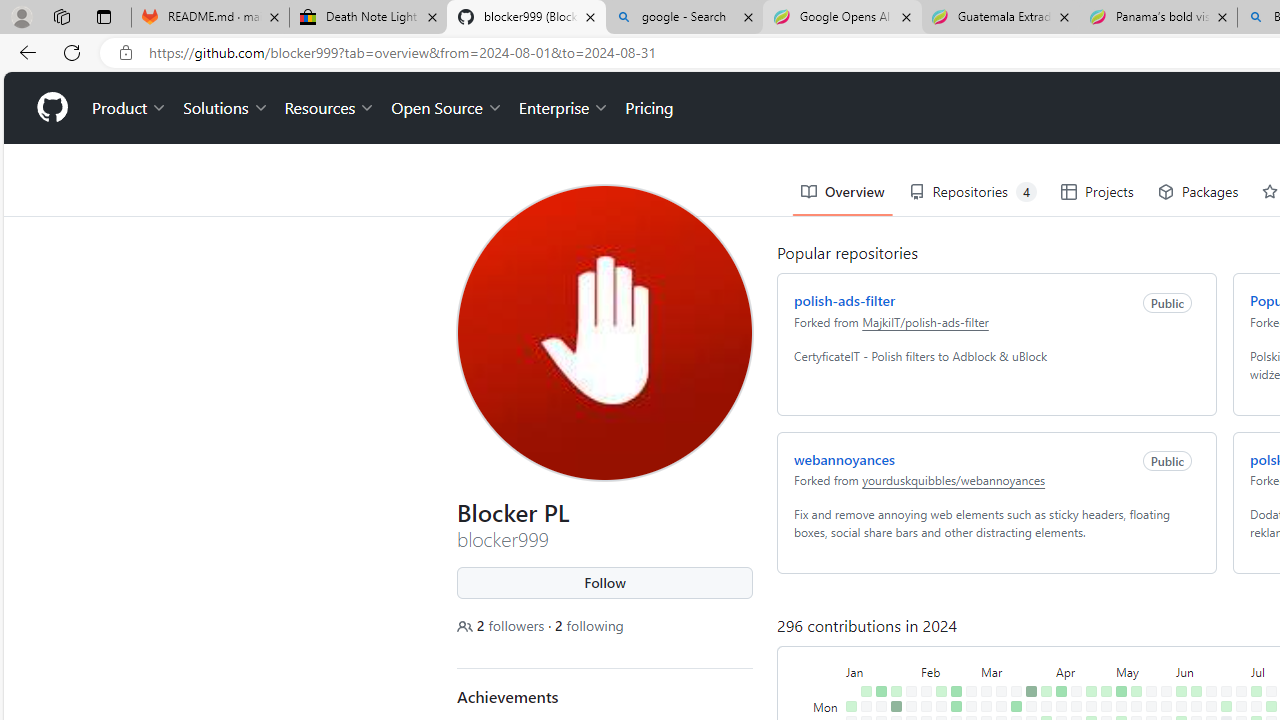 Image resolution: width=1280 pixels, height=720 pixels. Describe the element at coordinates (125, 52) in the screenshot. I see `'View site information'` at that location.